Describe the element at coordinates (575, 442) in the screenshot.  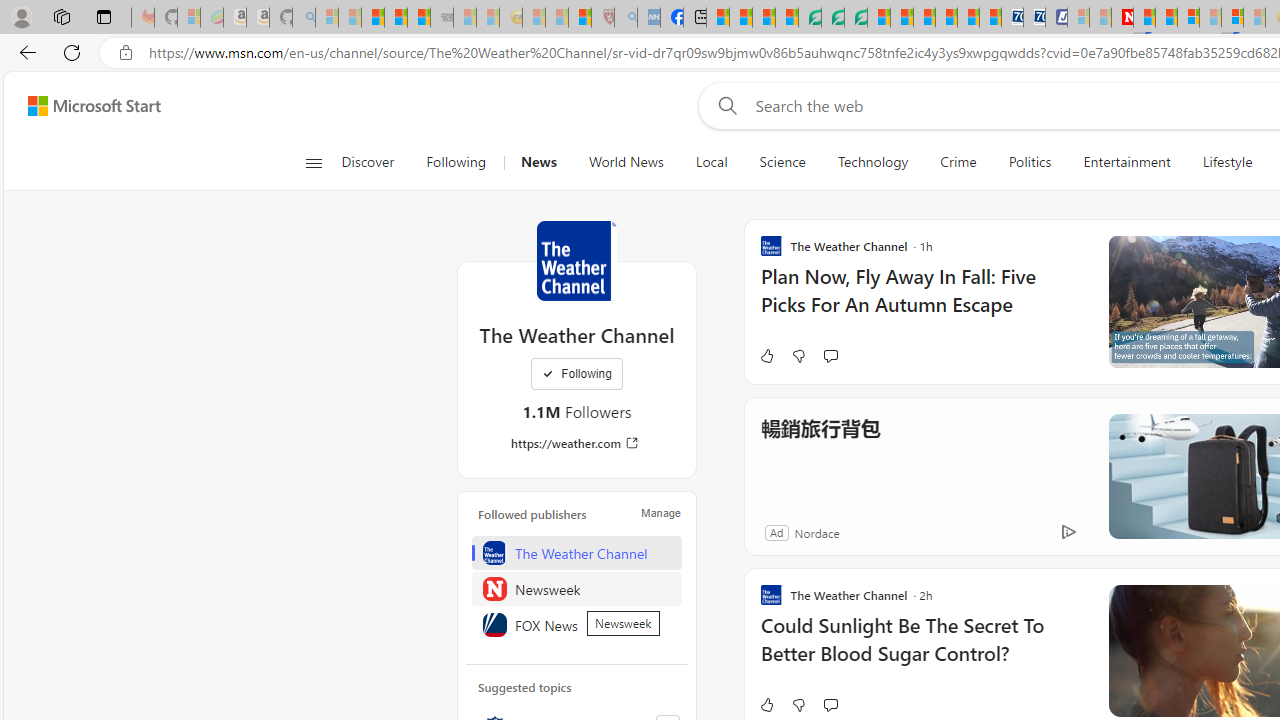
I see `'https://weather.com'` at that location.